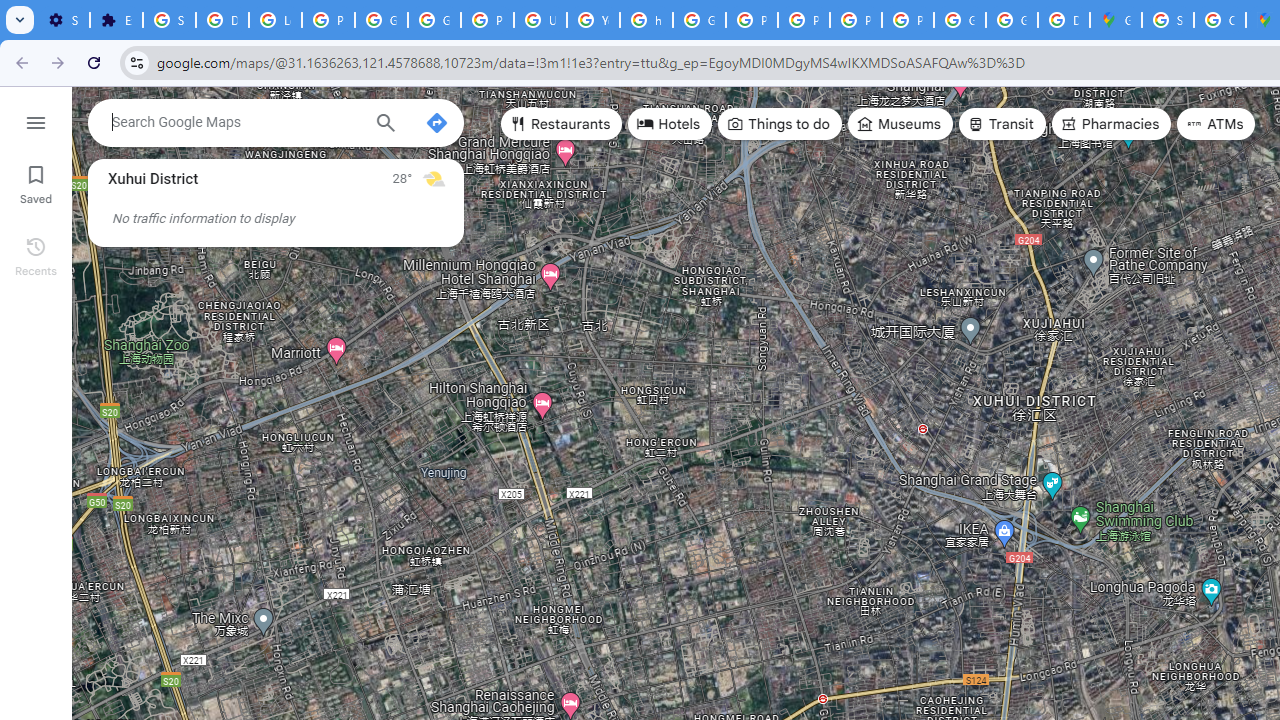 The width and height of the screenshot is (1280, 720). What do you see at coordinates (432, 177) in the screenshot?
I see `'Mostly sunny'` at bounding box center [432, 177].